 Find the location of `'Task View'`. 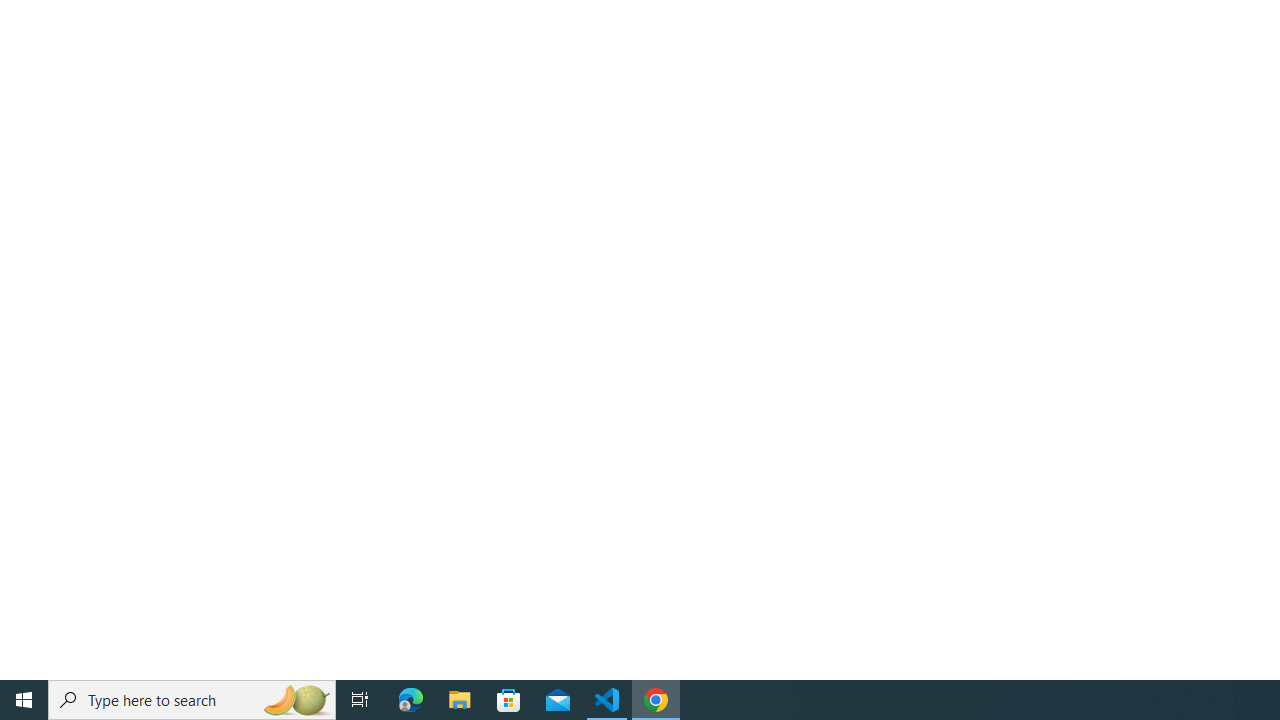

'Task View' is located at coordinates (359, 698).